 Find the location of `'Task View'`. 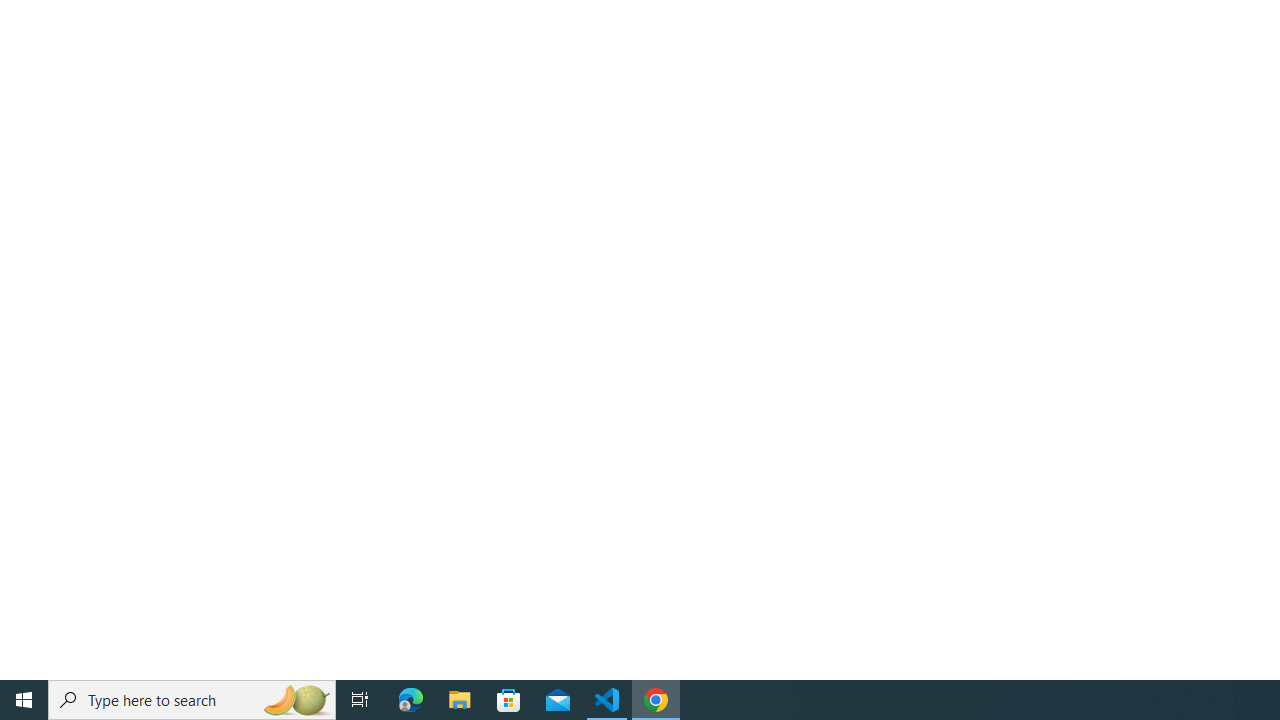

'Task View' is located at coordinates (359, 698).